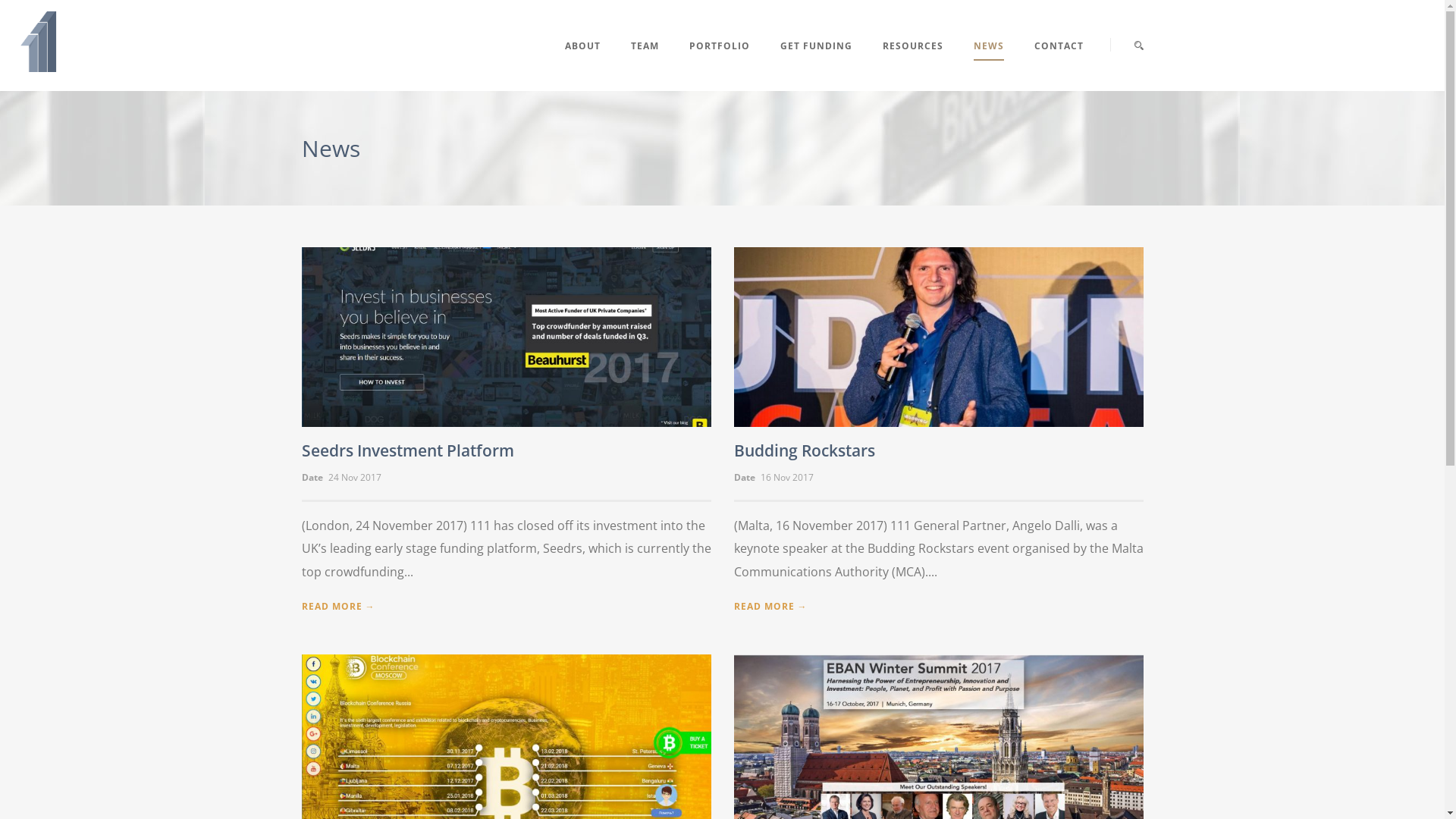 This screenshot has height=819, width=1456. What do you see at coordinates (912, 63) in the screenshot?
I see `'RESOURCES'` at bounding box center [912, 63].